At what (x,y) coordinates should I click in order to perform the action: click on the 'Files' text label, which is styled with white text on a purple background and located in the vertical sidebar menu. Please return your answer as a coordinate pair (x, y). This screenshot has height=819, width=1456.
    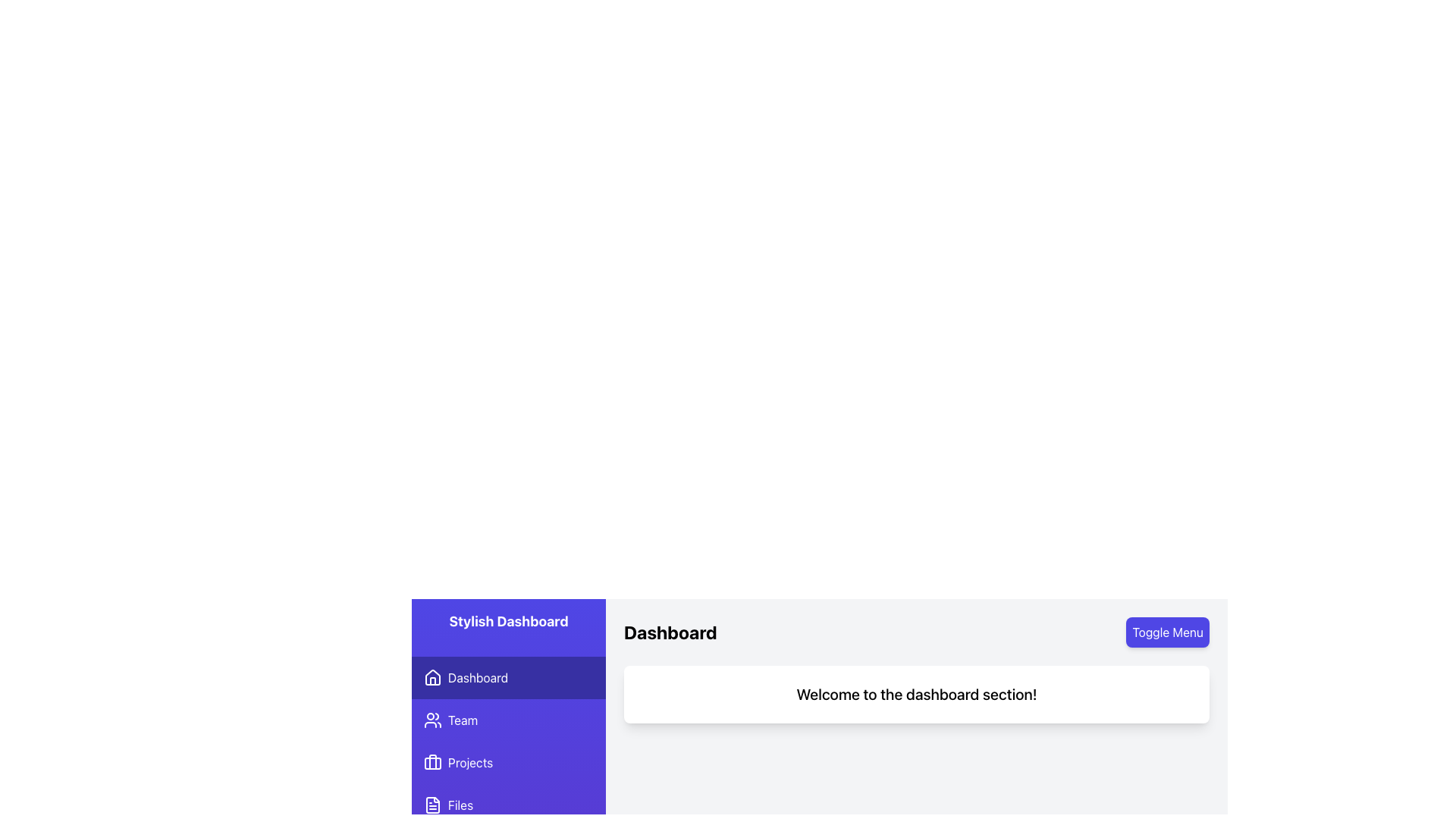
    Looking at the image, I should click on (460, 804).